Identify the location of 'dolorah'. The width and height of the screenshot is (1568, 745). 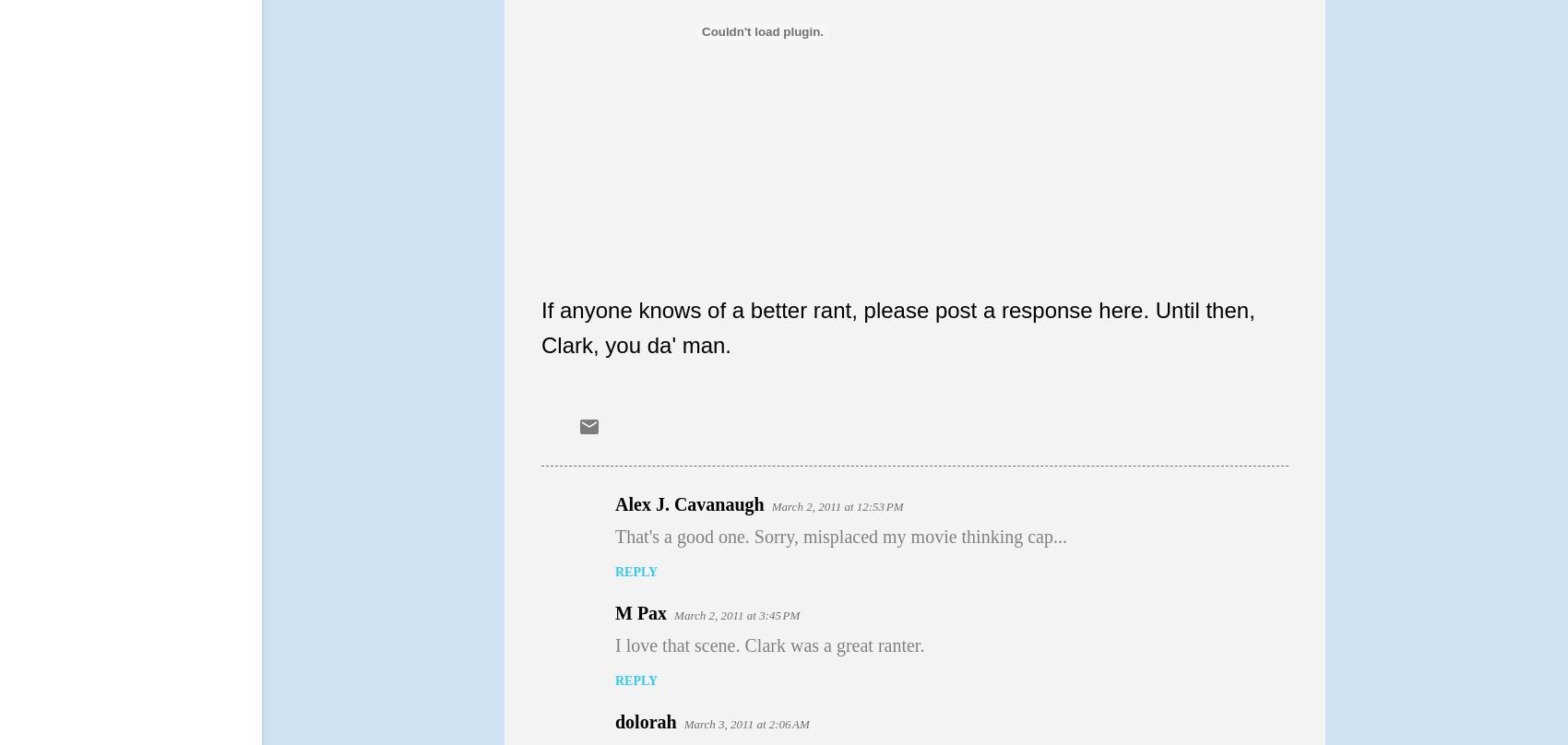
(646, 719).